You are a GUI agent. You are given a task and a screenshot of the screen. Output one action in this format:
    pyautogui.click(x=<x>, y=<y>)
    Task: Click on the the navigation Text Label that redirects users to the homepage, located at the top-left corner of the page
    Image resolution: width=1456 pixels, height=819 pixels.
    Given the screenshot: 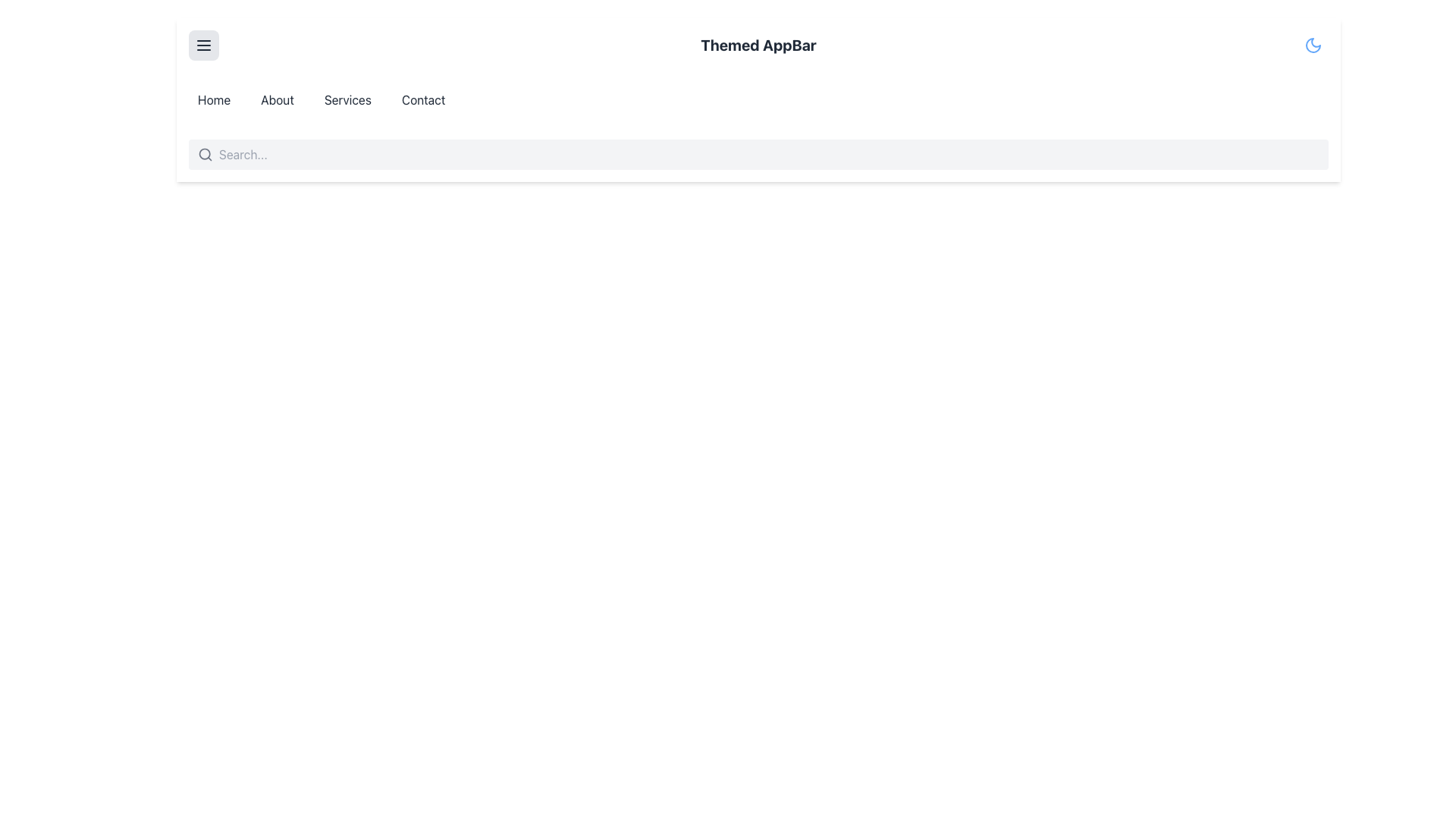 What is the action you would take?
    pyautogui.click(x=213, y=99)
    